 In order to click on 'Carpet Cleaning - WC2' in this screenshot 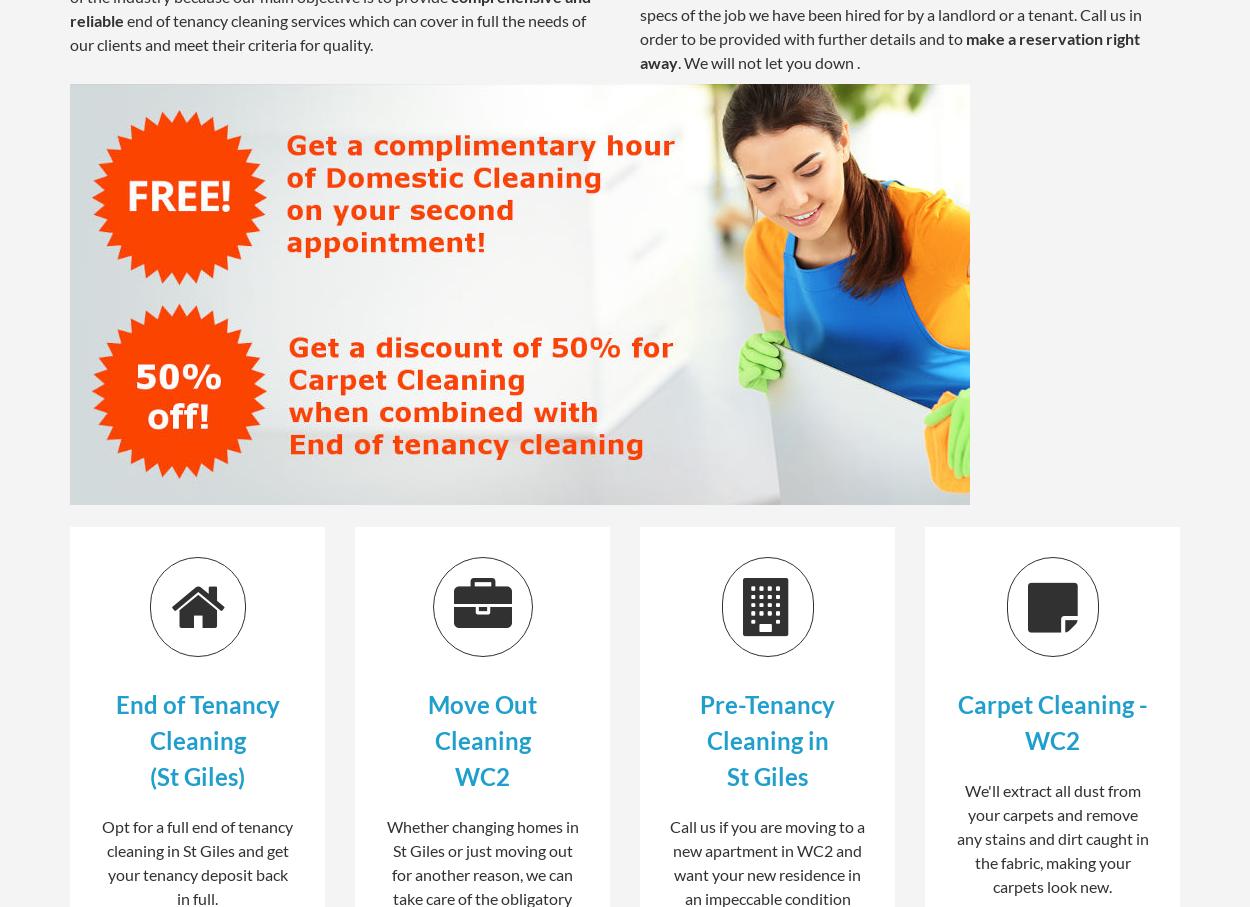, I will do `click(1052, 721)`.